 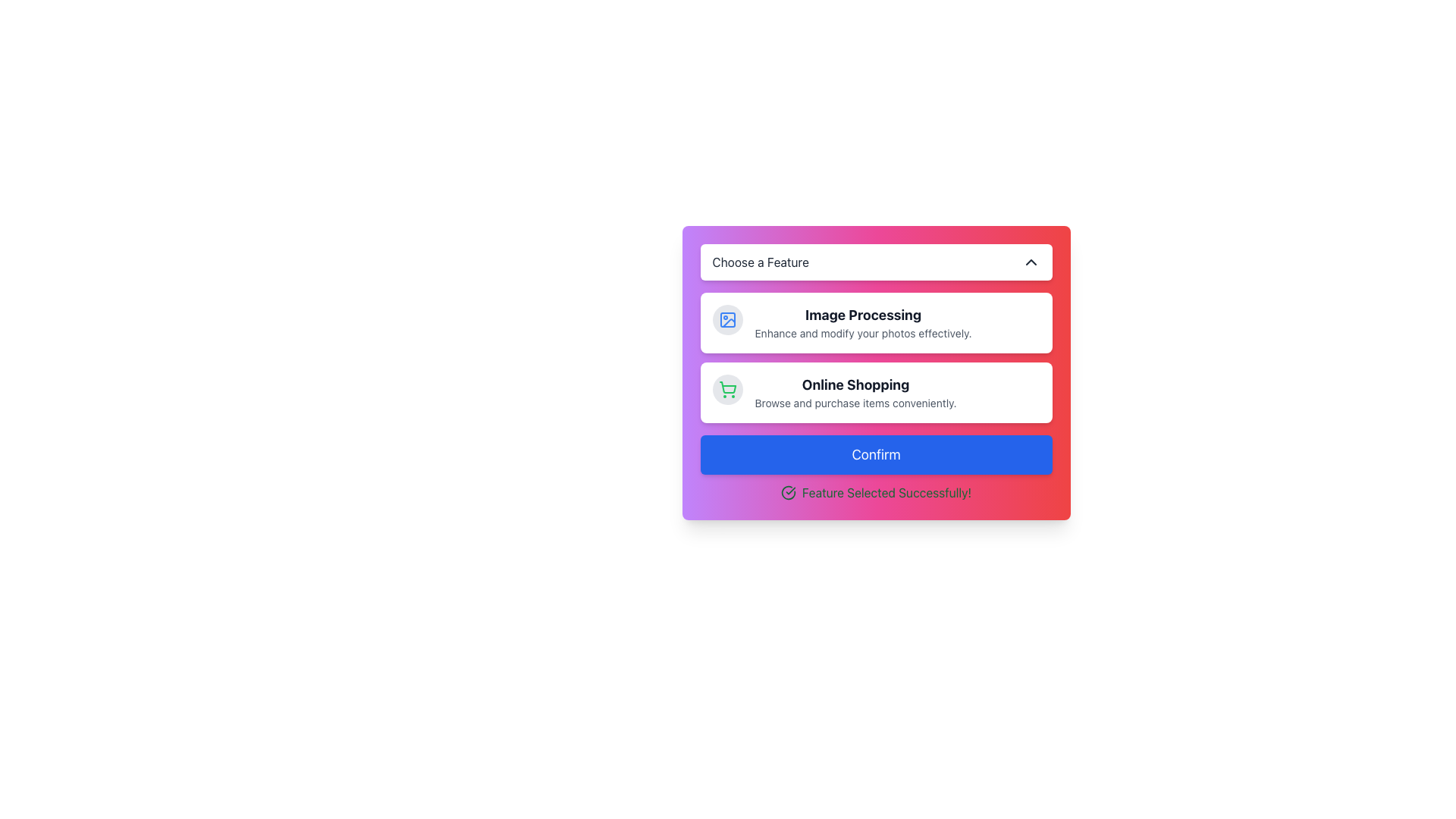 I want to click on the second feature selection option for online shopping, located below 'Image Processing' and above the 'Confirm' button, so click(x=876, y=391).